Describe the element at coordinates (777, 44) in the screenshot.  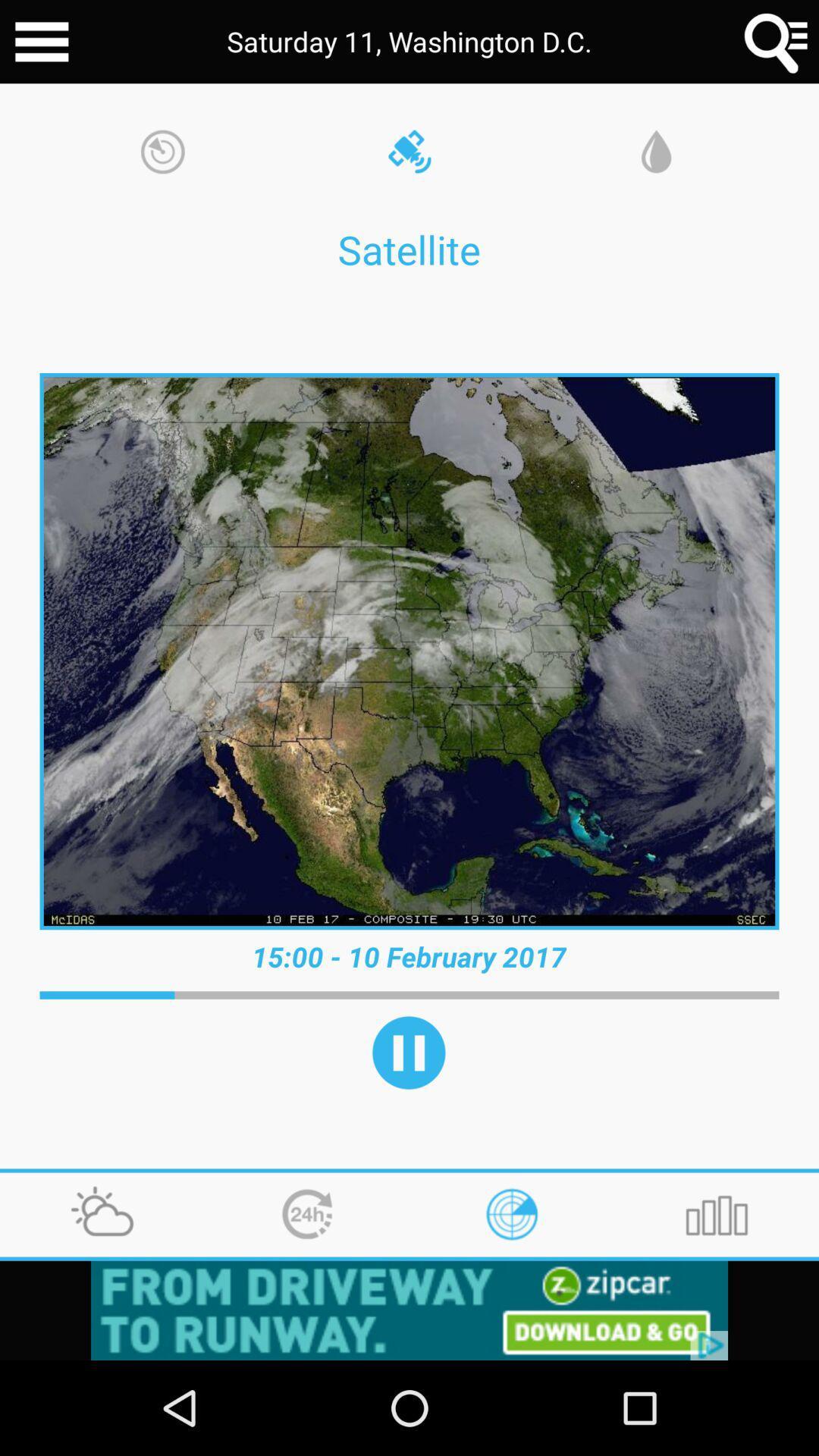
I see `the search icon` at that location.